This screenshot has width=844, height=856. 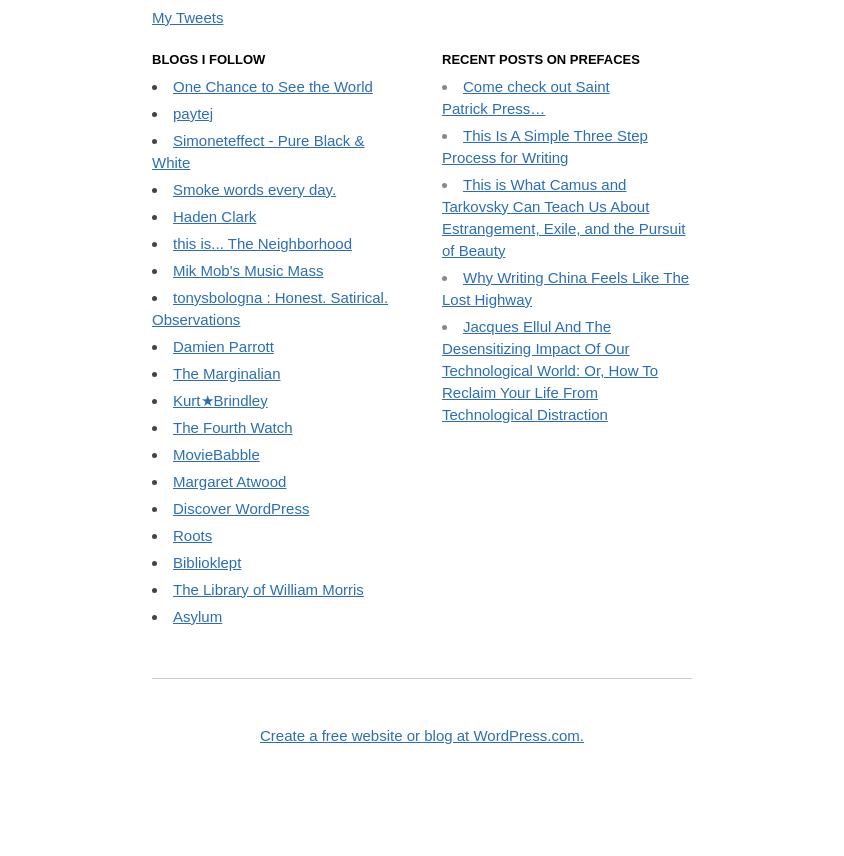 What do you see at coordinates (268, 470) in the screenshot?
I see `'tonysbologna : Honest. Satirical. Observations'` at bounding box center [268, 470].